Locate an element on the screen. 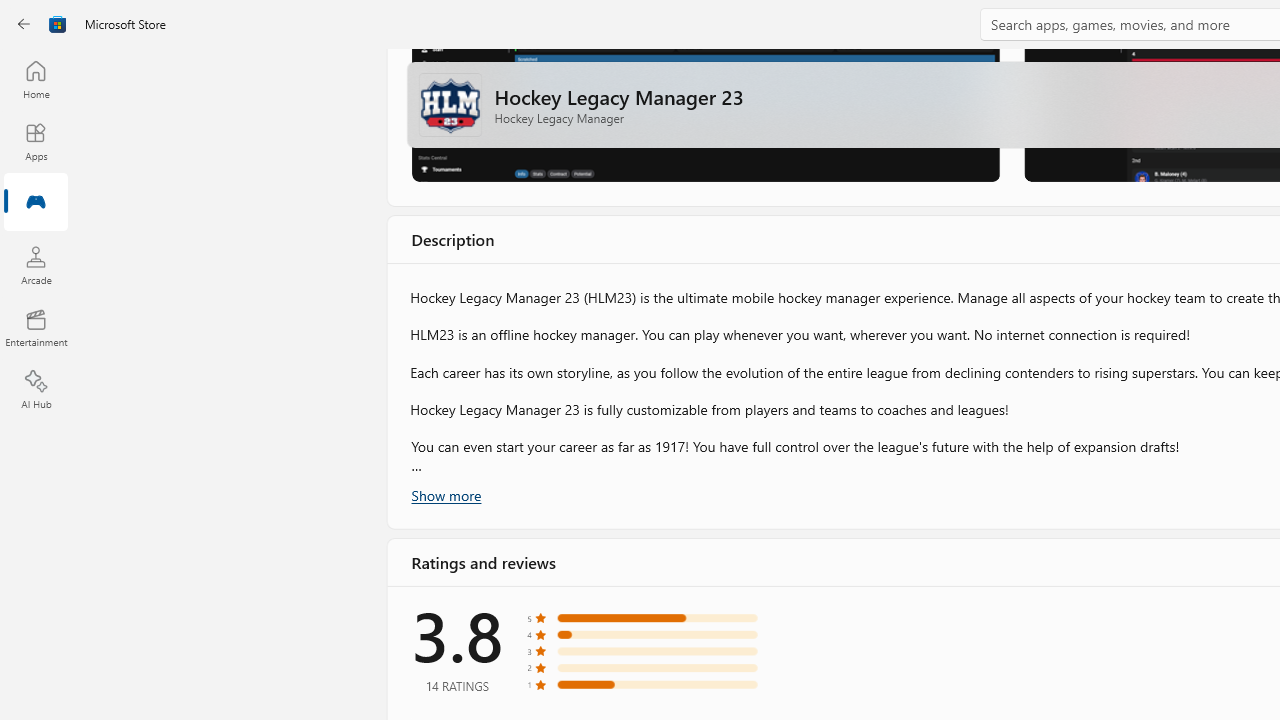  'Arcade' is located at coordinates (35, 264).